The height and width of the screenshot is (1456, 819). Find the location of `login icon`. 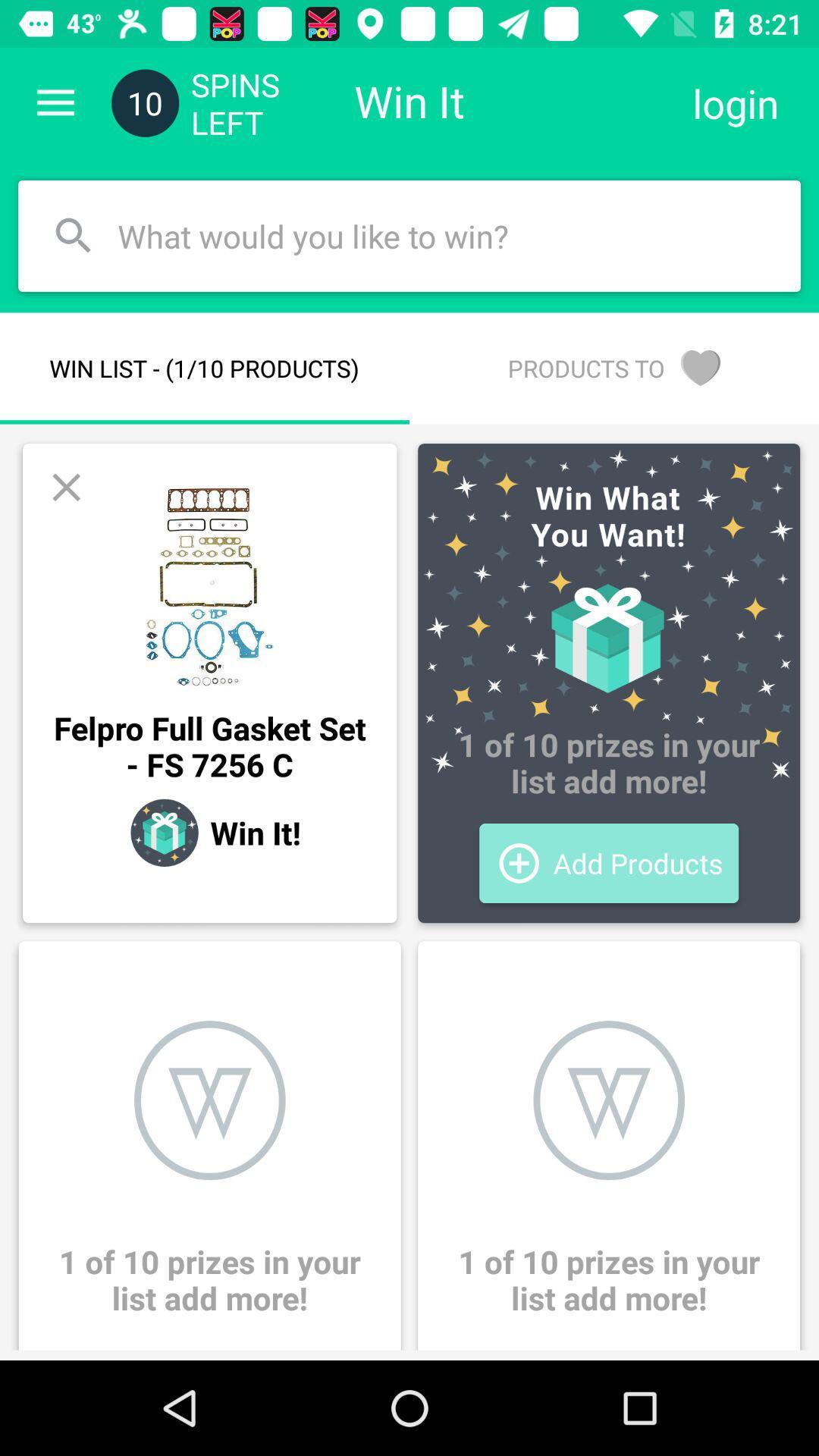

login icon is located at coordinates (735, 102).